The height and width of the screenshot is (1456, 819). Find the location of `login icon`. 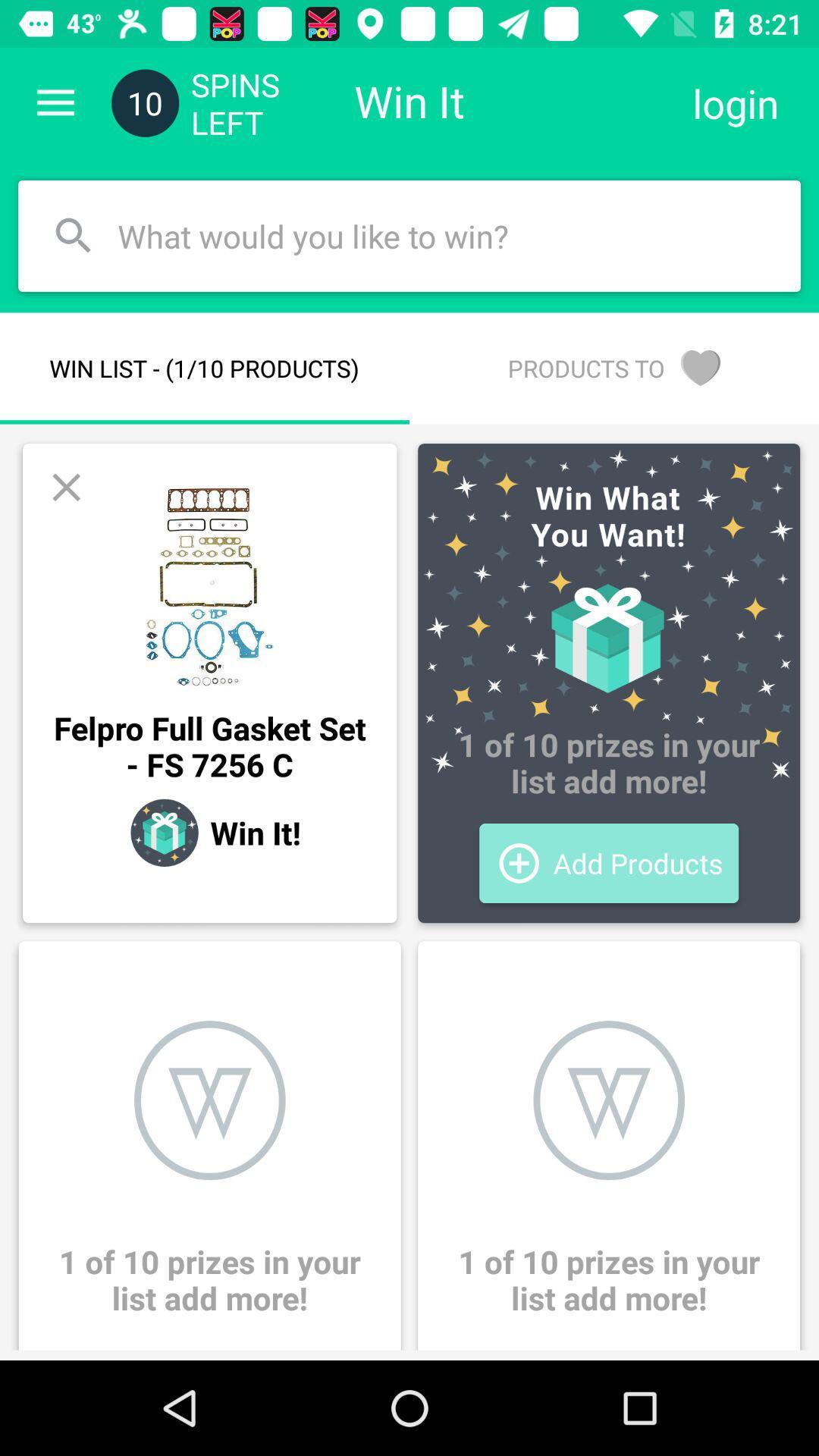

login icon is located at coordinates (735, 102).